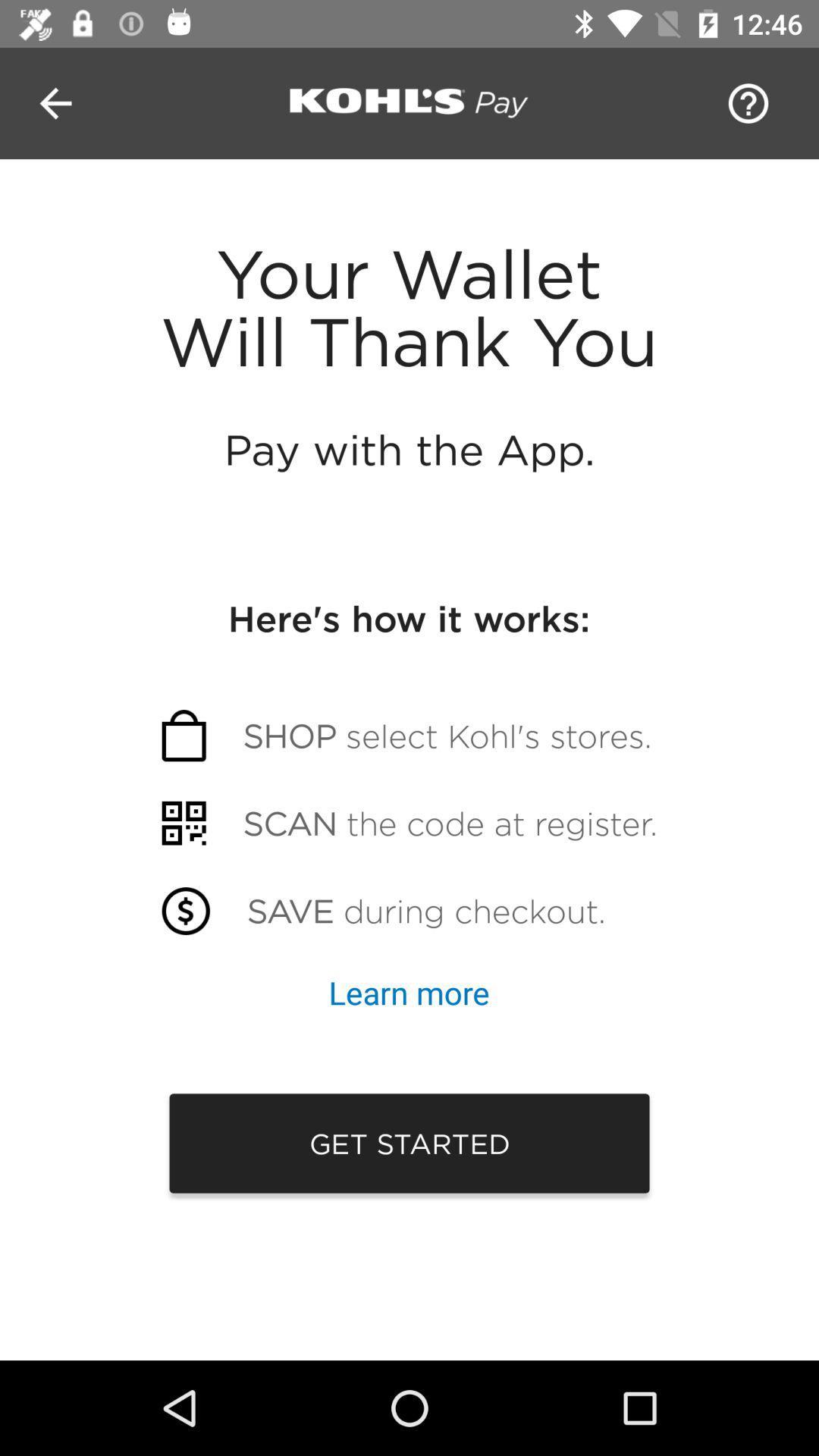  I want to click on the arrow_backward icon, so click(55, 102).